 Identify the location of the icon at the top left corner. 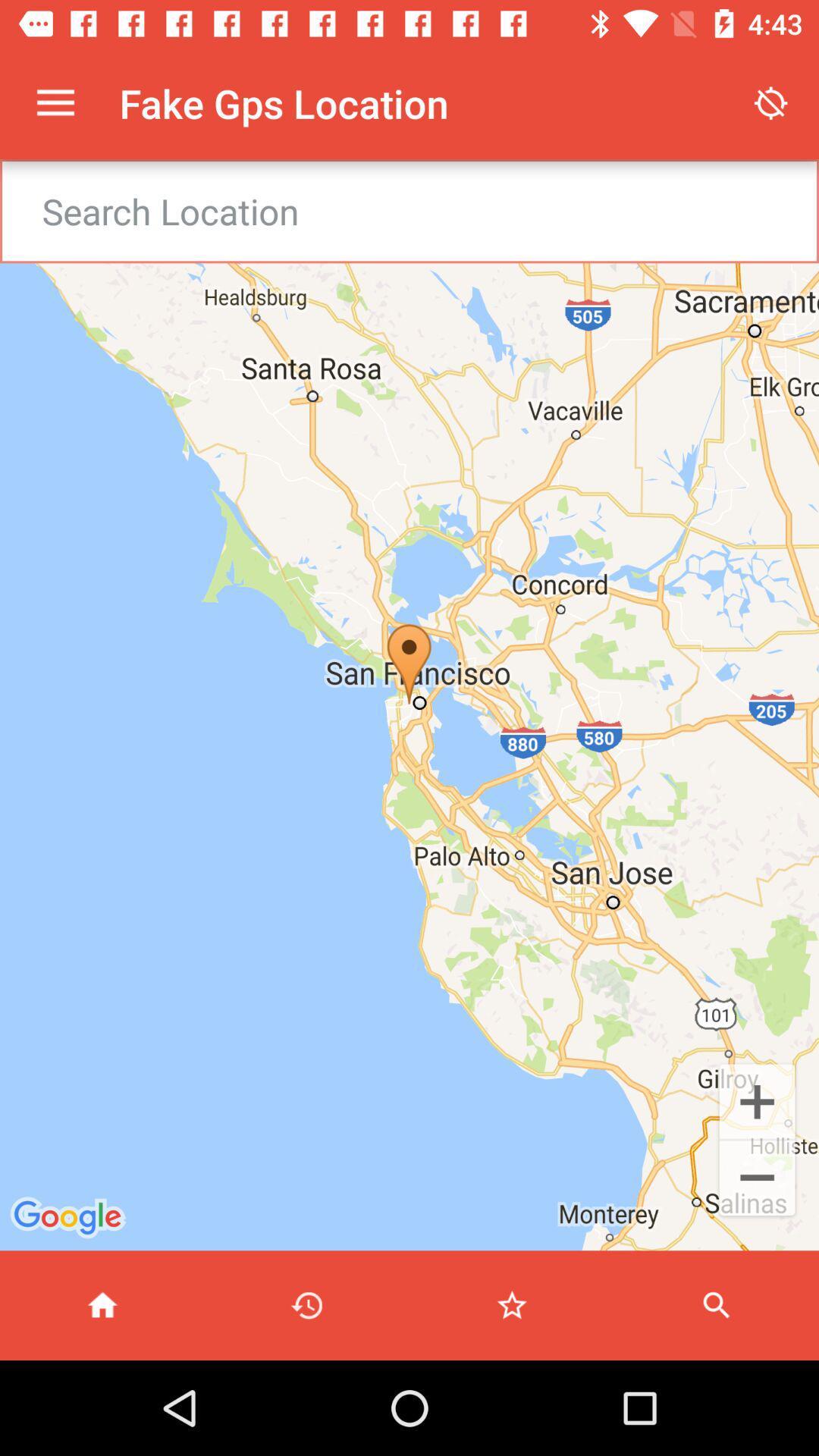
(55, 102).